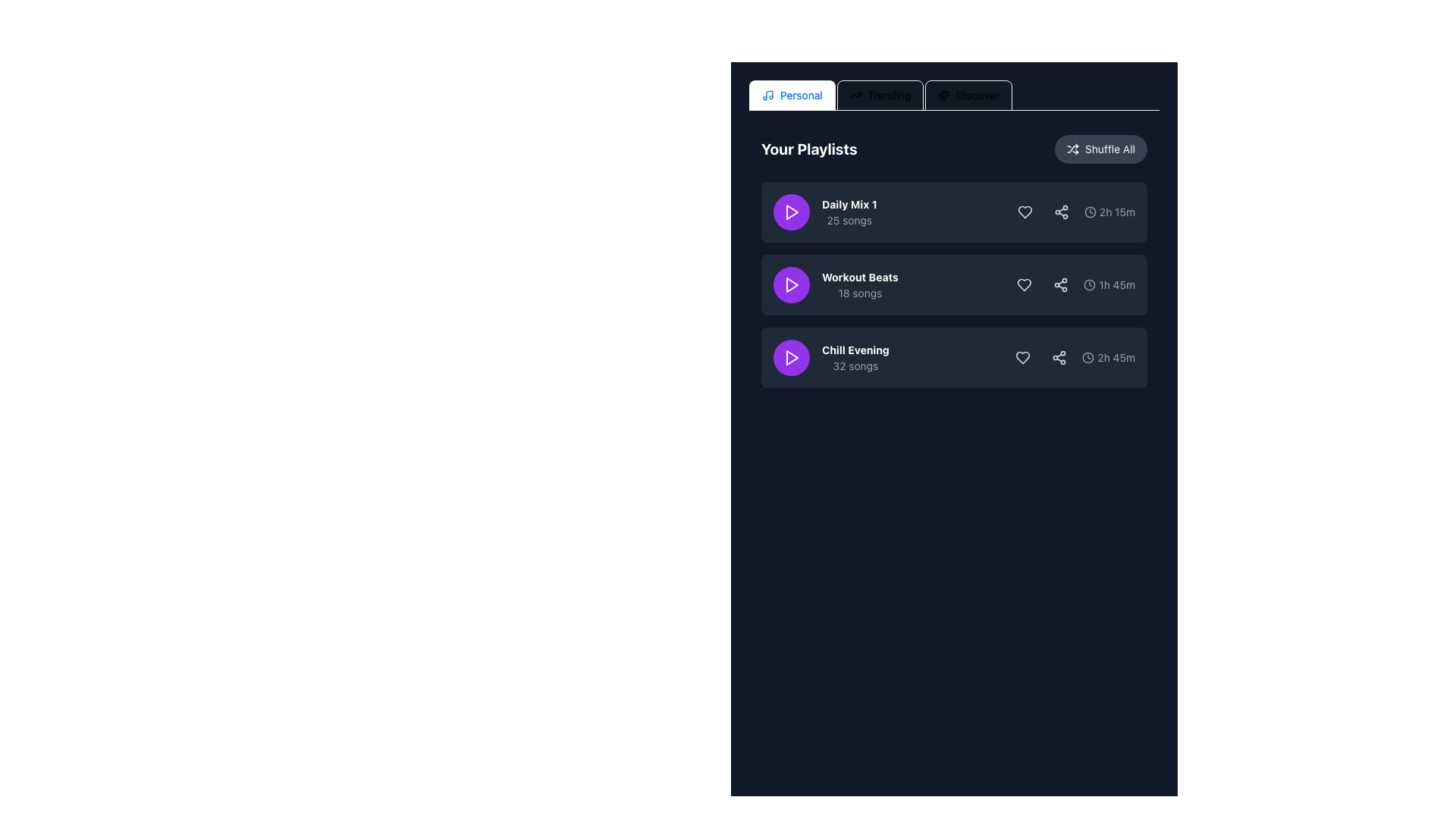 Image resolution: width=1456 pixels, height=819 pixels. What do you see at coordinates (1117, 284) in the screenshot?
I see `information displayed in the text label showing '1h 45m', located at the bottom-right of the 'Workout Beats' playlist row` at bounding box center [1117, 284].